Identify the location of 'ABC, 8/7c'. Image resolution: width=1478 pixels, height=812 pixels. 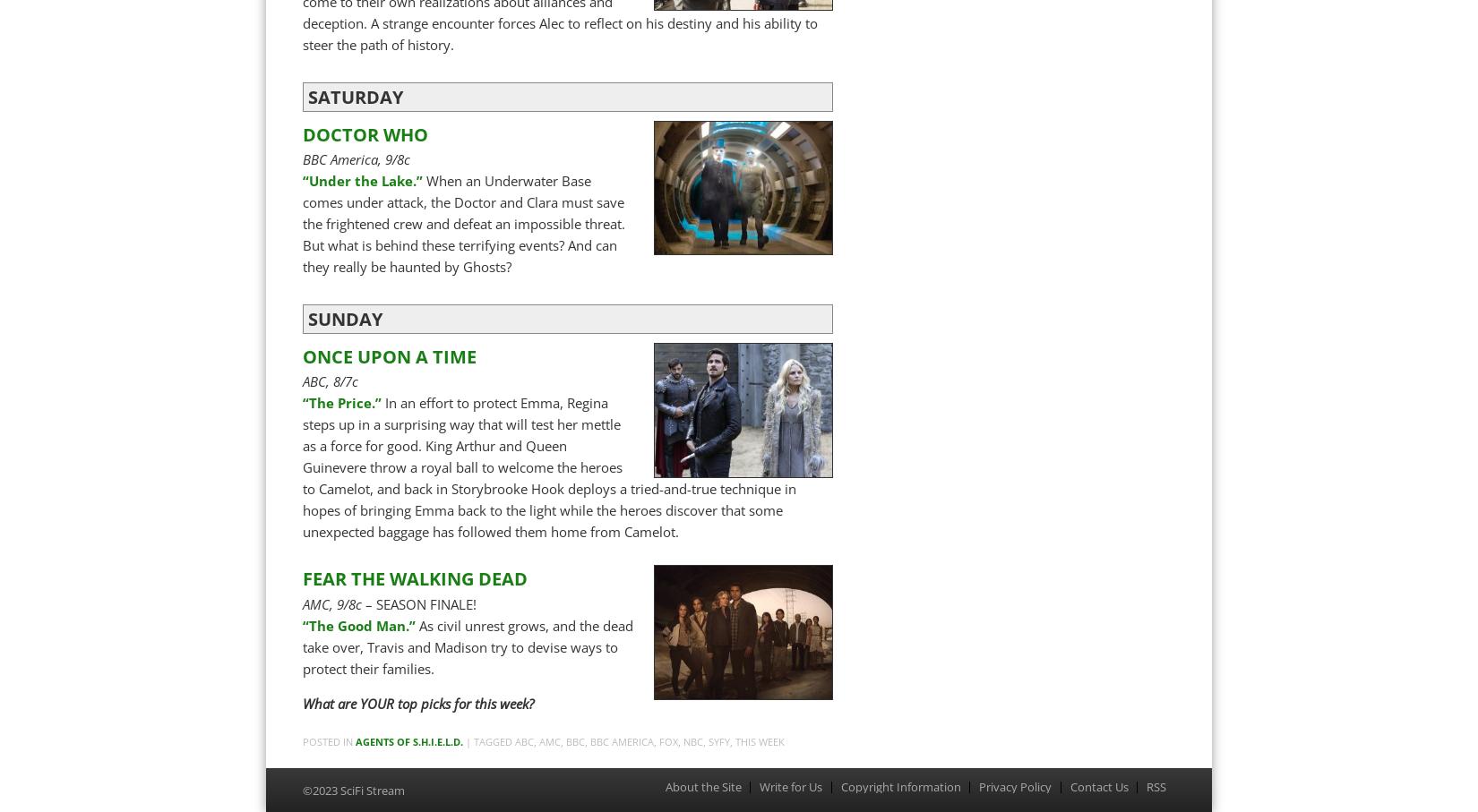
(330, 380).